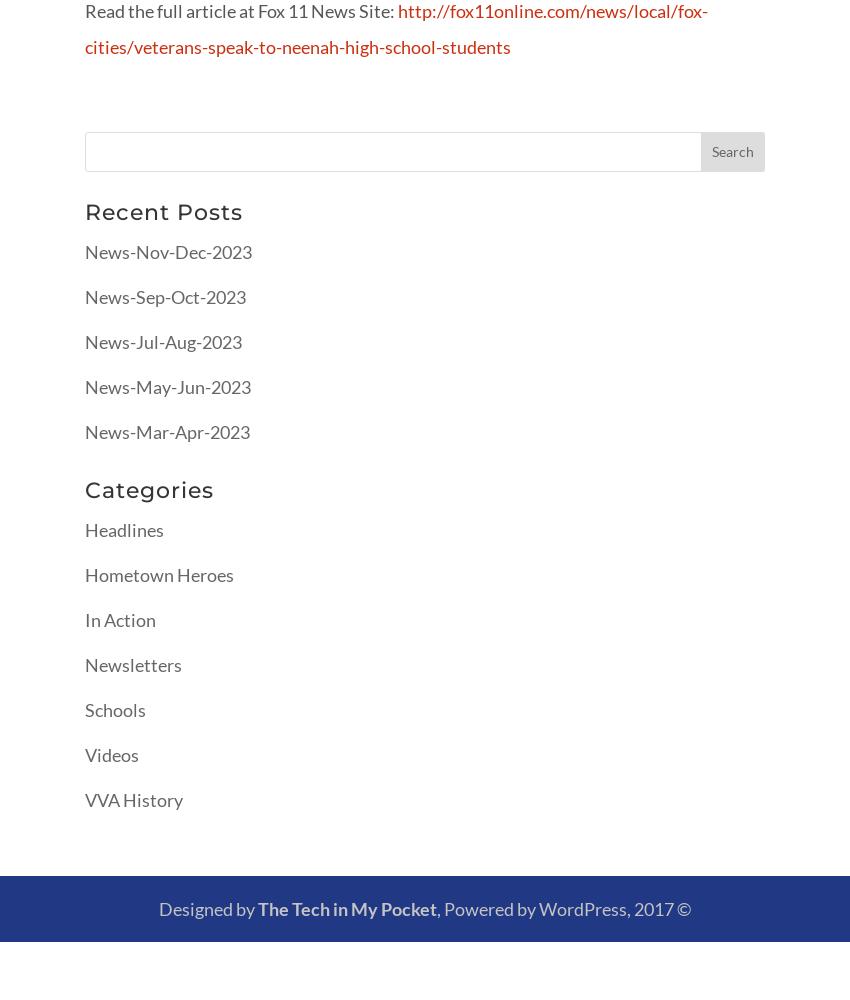  What do you see at coordinates (165, 296) in the screenshot?
I see `'News-Sep-Oct-2023'` at bounding box center [165, 296].